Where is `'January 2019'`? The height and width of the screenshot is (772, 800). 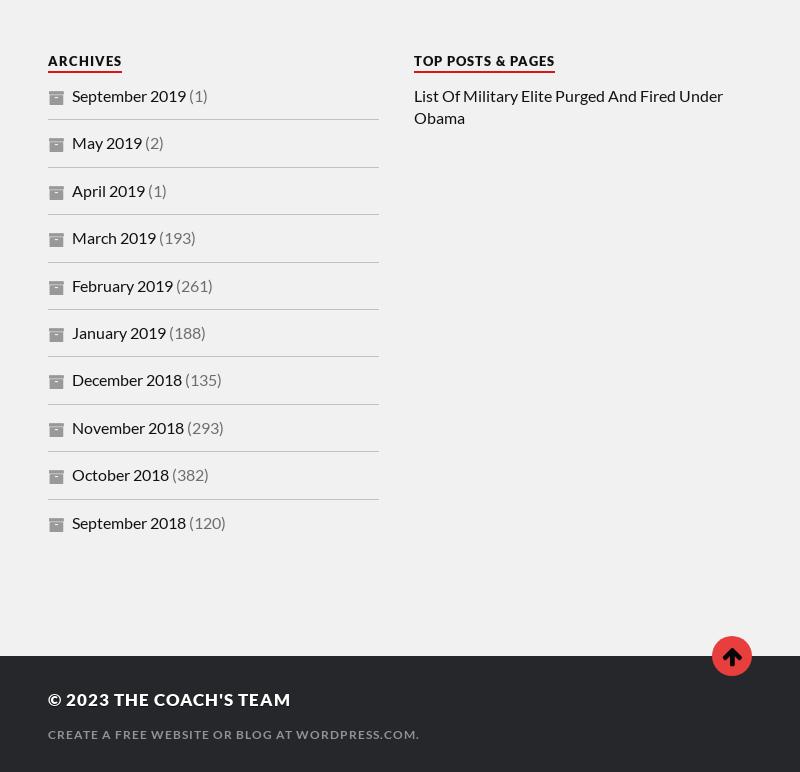 'January 2019' is located at coordinates (117, 332).